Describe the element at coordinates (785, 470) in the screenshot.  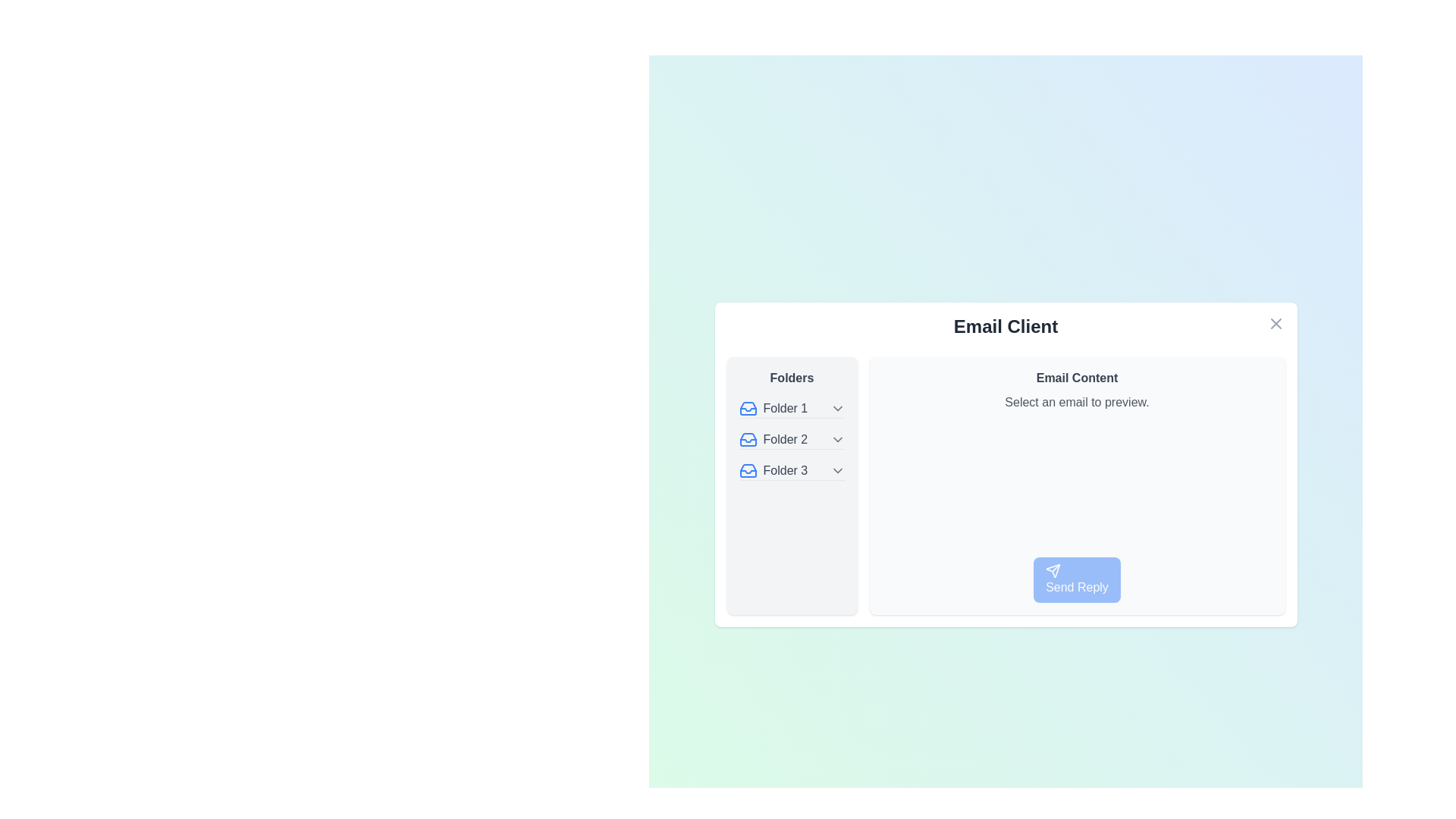
I see `the label indicating the title or name of the folder, which is the third item in the vertical list of folders on the left side of the 'Email Client' panel` at that location.